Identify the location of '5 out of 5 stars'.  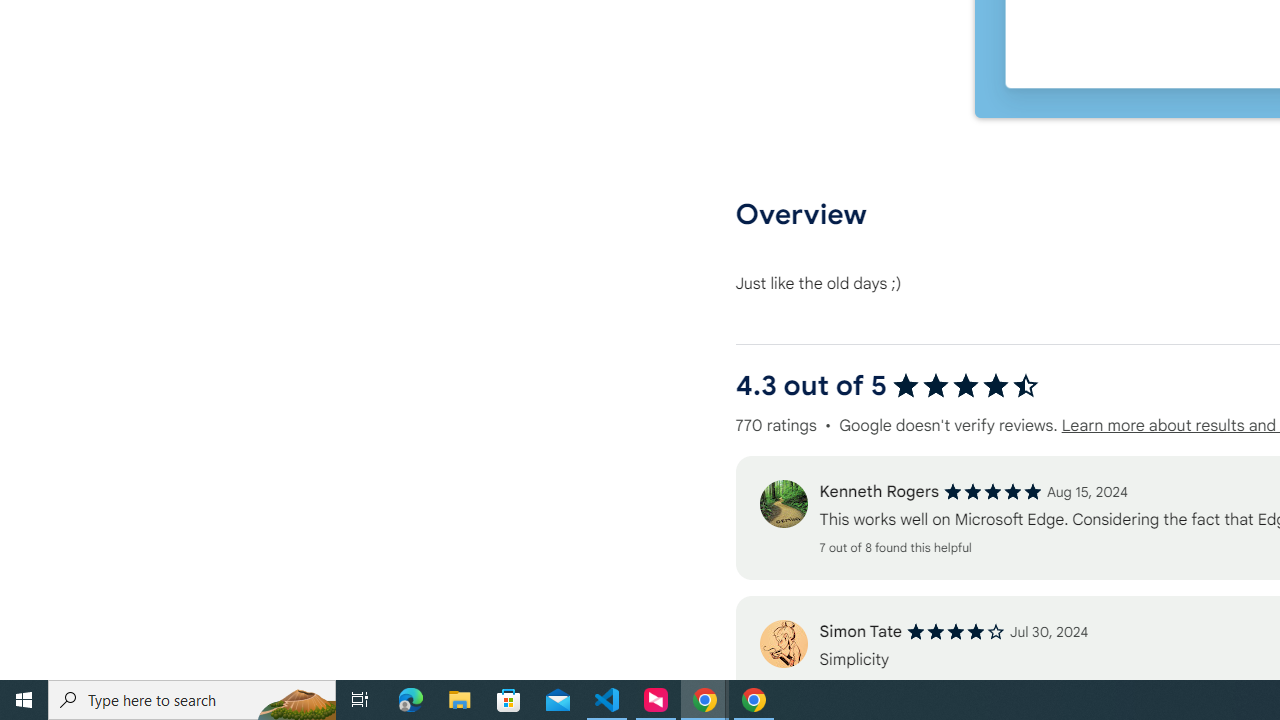
(992, 492).